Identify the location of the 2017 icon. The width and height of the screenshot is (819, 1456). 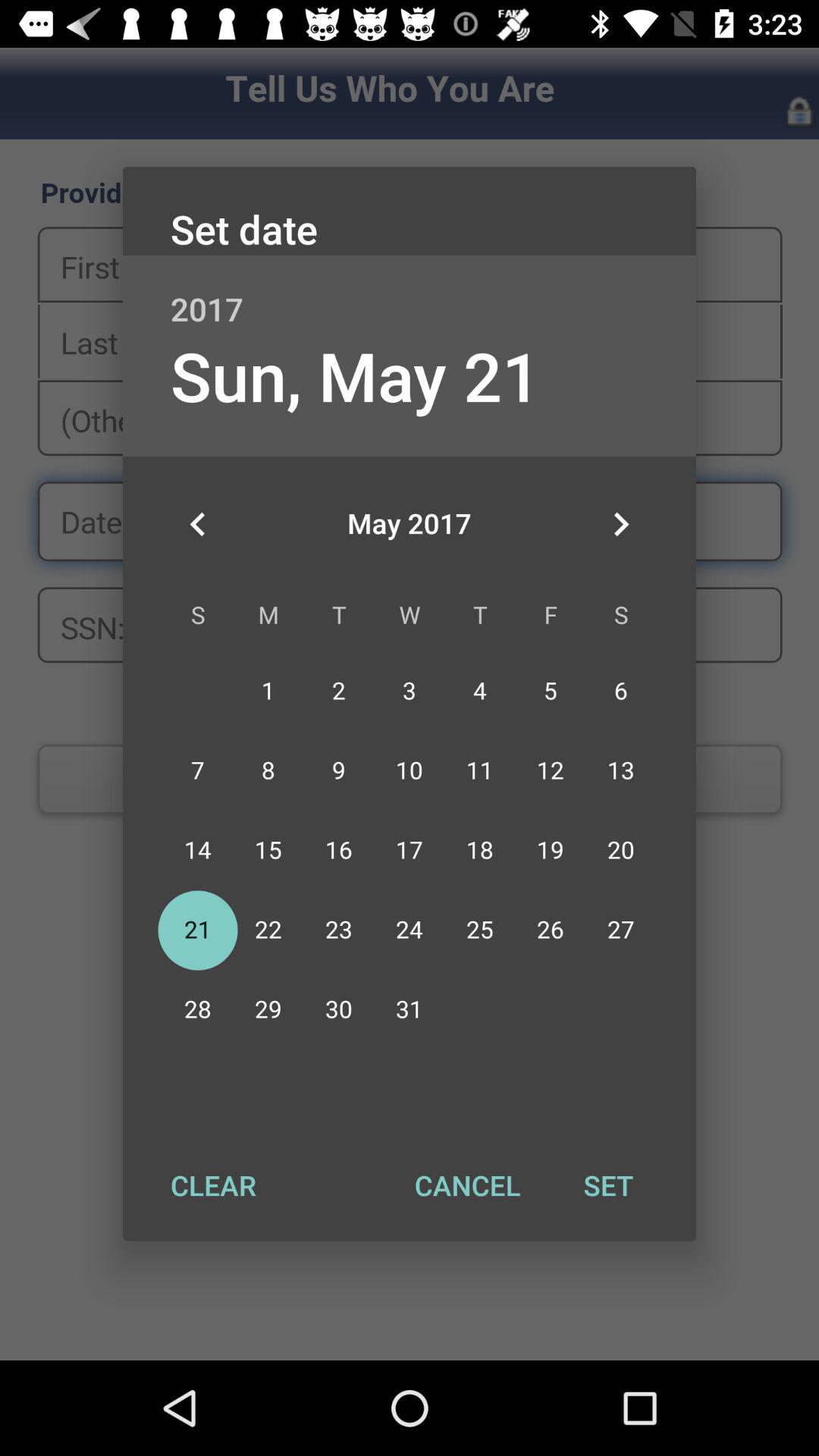
(409, 293).